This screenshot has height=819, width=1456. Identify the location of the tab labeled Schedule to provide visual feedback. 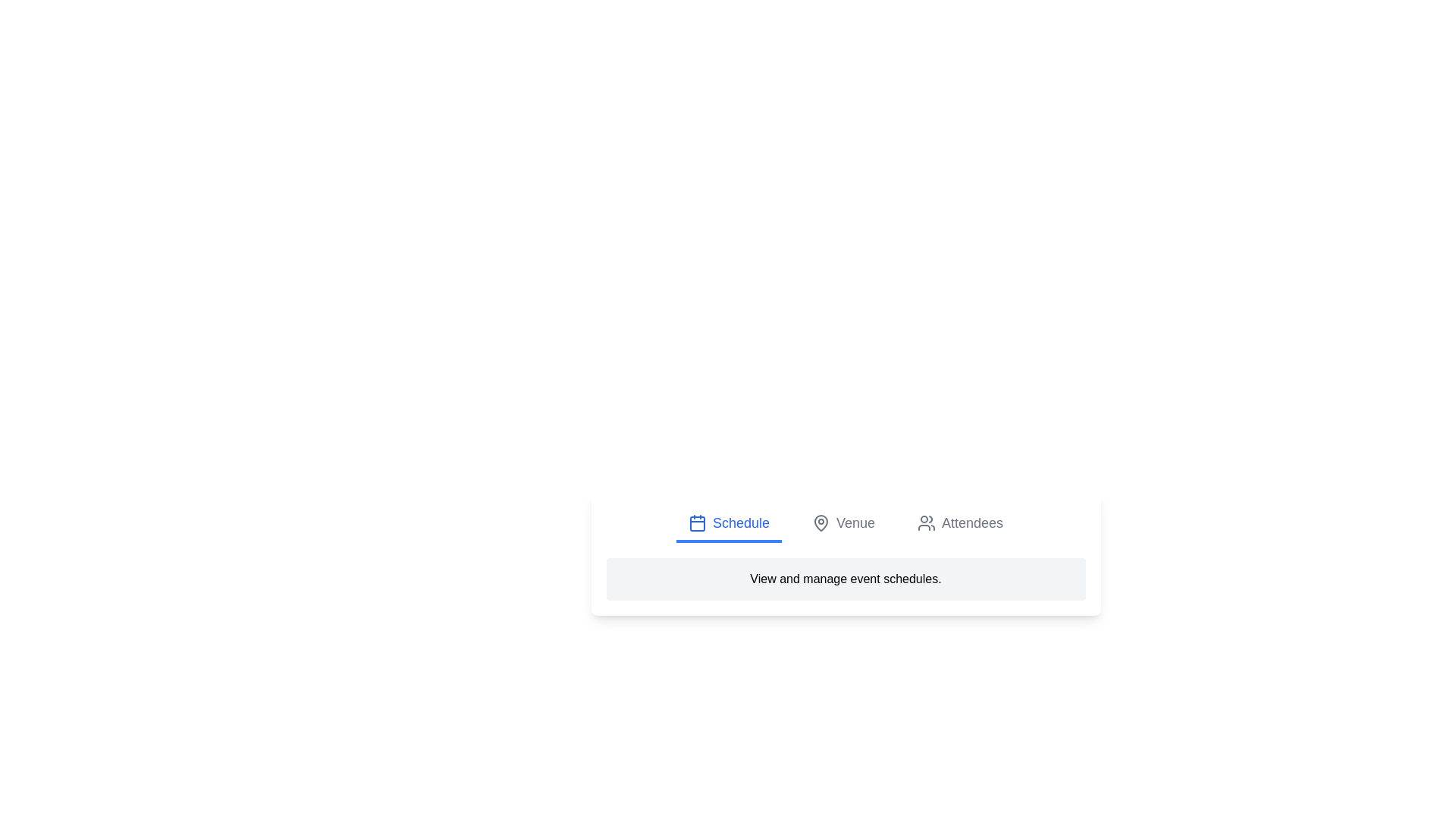
(729, 523).